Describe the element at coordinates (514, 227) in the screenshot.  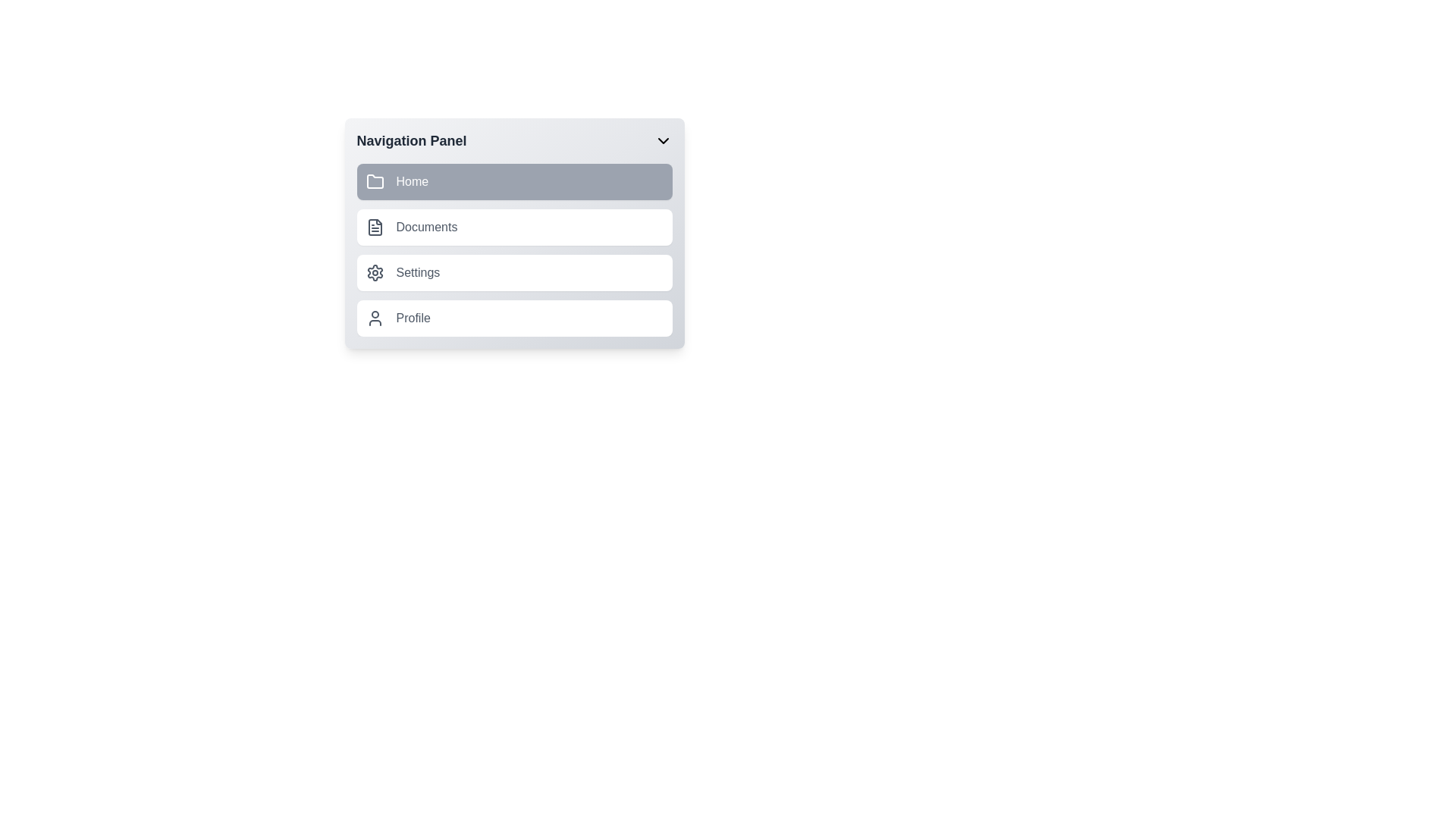
I see `to select the 'Documents' option in the vertical navigation list, which is the second item below 'Home' and above 'Settings'` at that location.